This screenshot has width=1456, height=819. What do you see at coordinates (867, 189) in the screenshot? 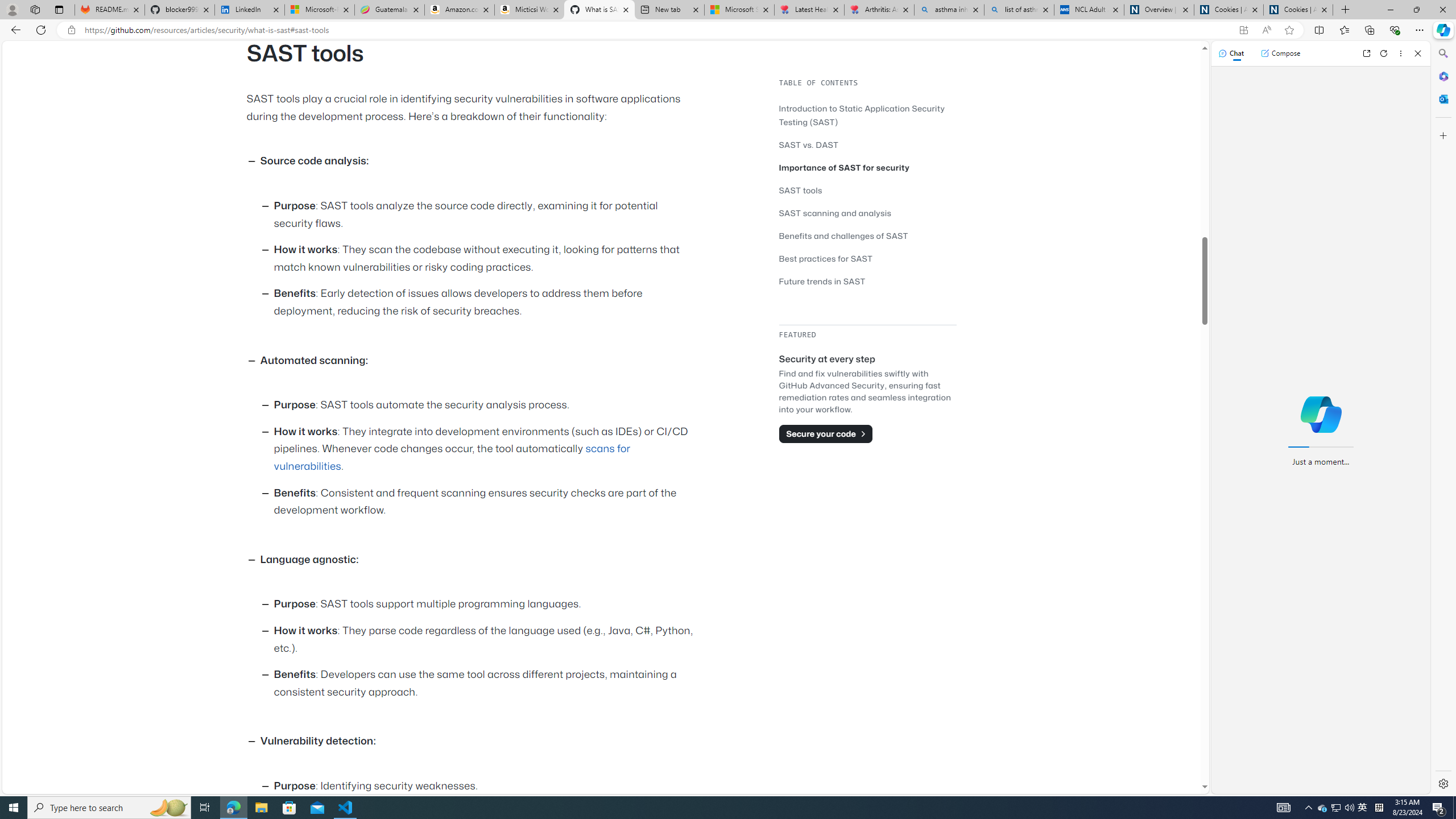
I see `'SAST tools'` at bounding box center [867, 189].